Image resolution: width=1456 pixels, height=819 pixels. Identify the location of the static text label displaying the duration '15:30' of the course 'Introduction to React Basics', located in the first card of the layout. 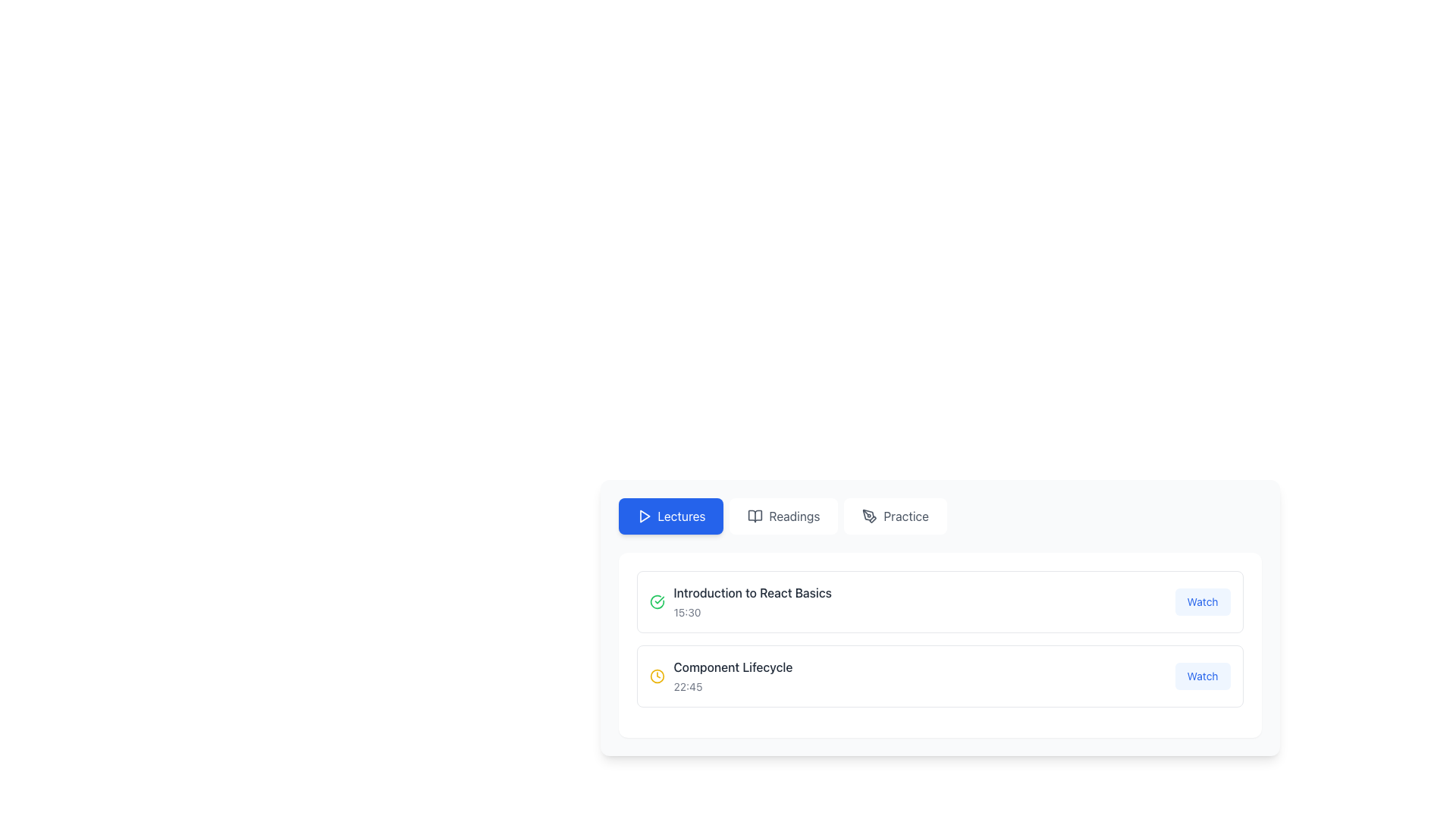
(686, 611).